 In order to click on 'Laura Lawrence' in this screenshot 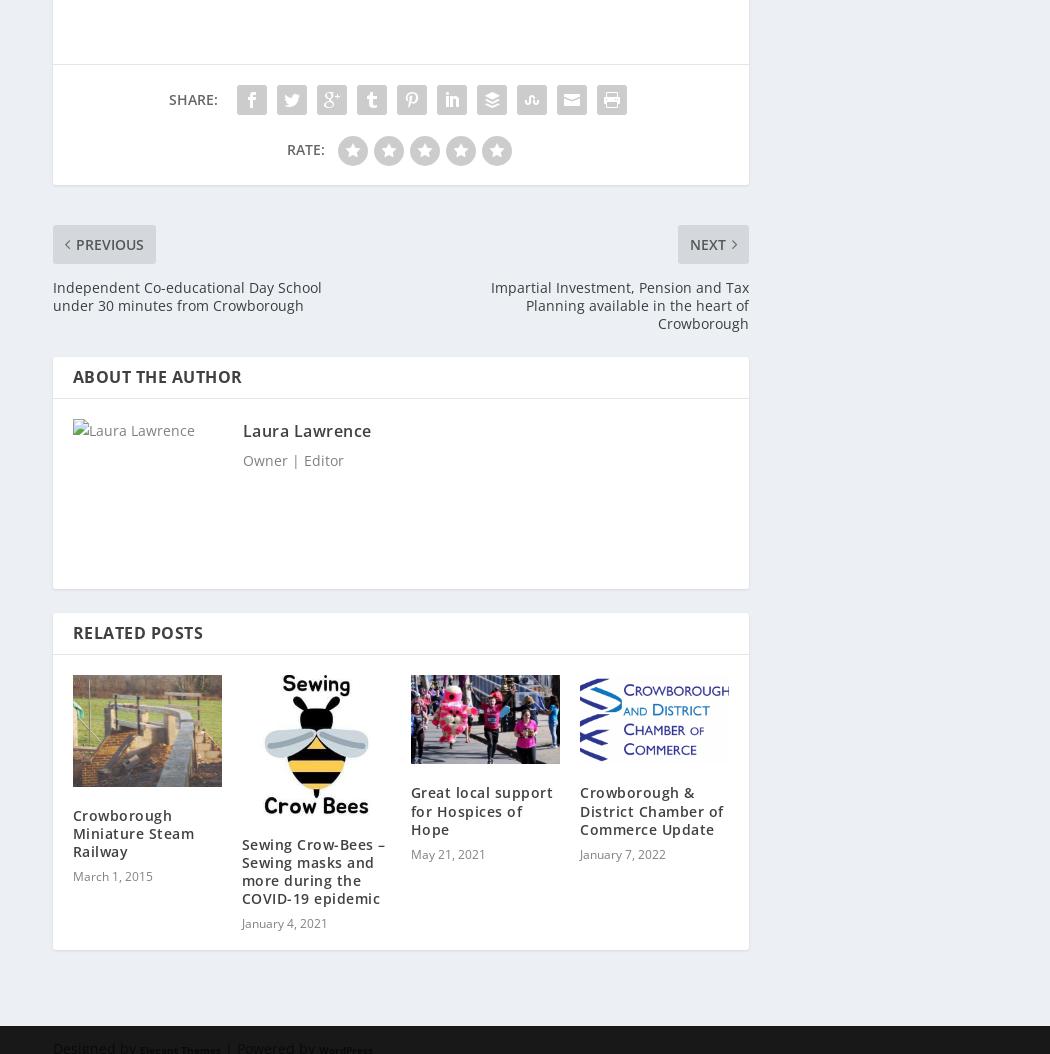, I will do `click(306, 419)`.